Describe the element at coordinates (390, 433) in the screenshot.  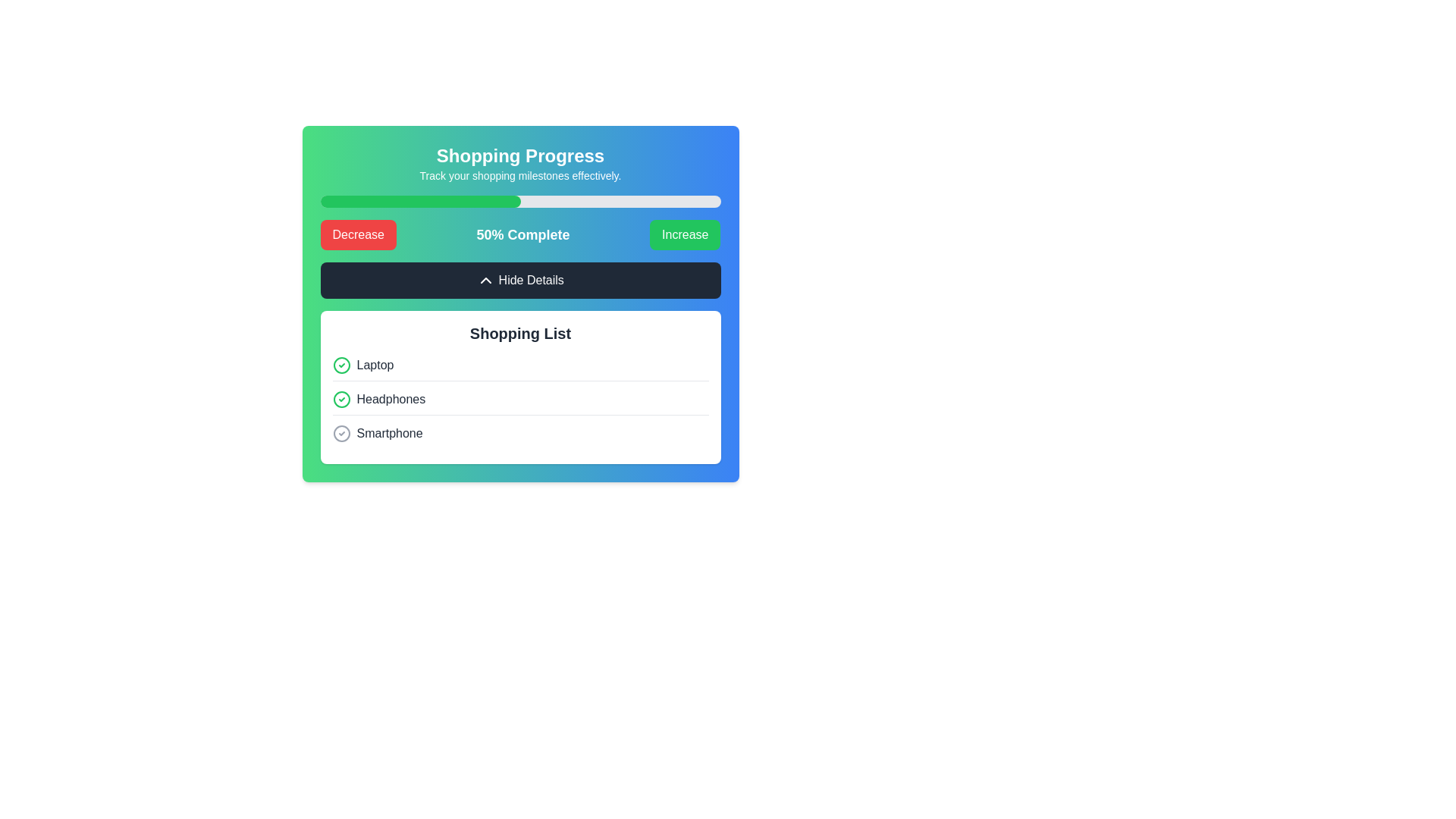
I see `the text label displaying 'Smartphone'` at that location.